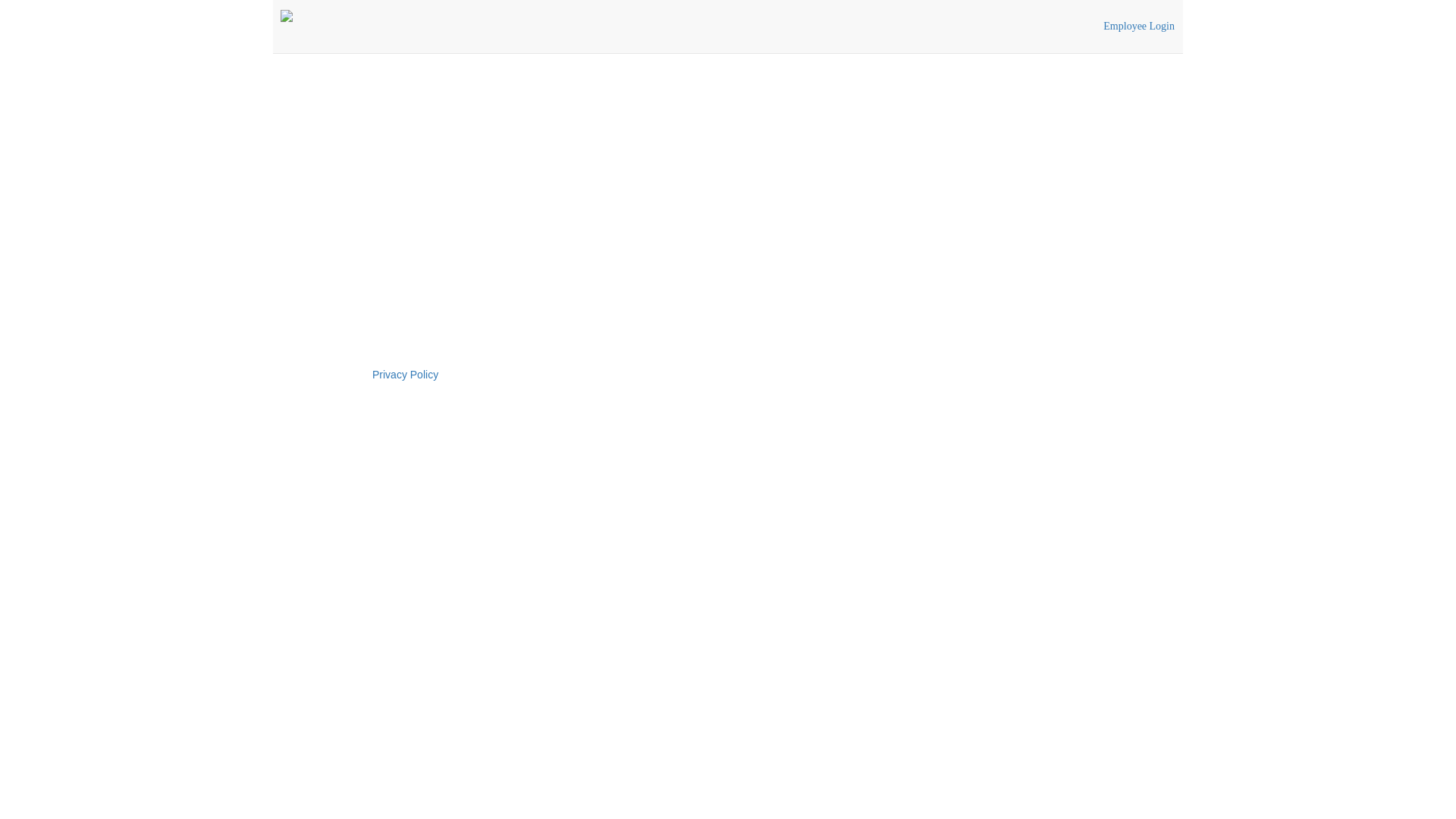  Describe the element at coordinates (405, 374) in the screenshot. I see `'Privacy Policy'` at that location.